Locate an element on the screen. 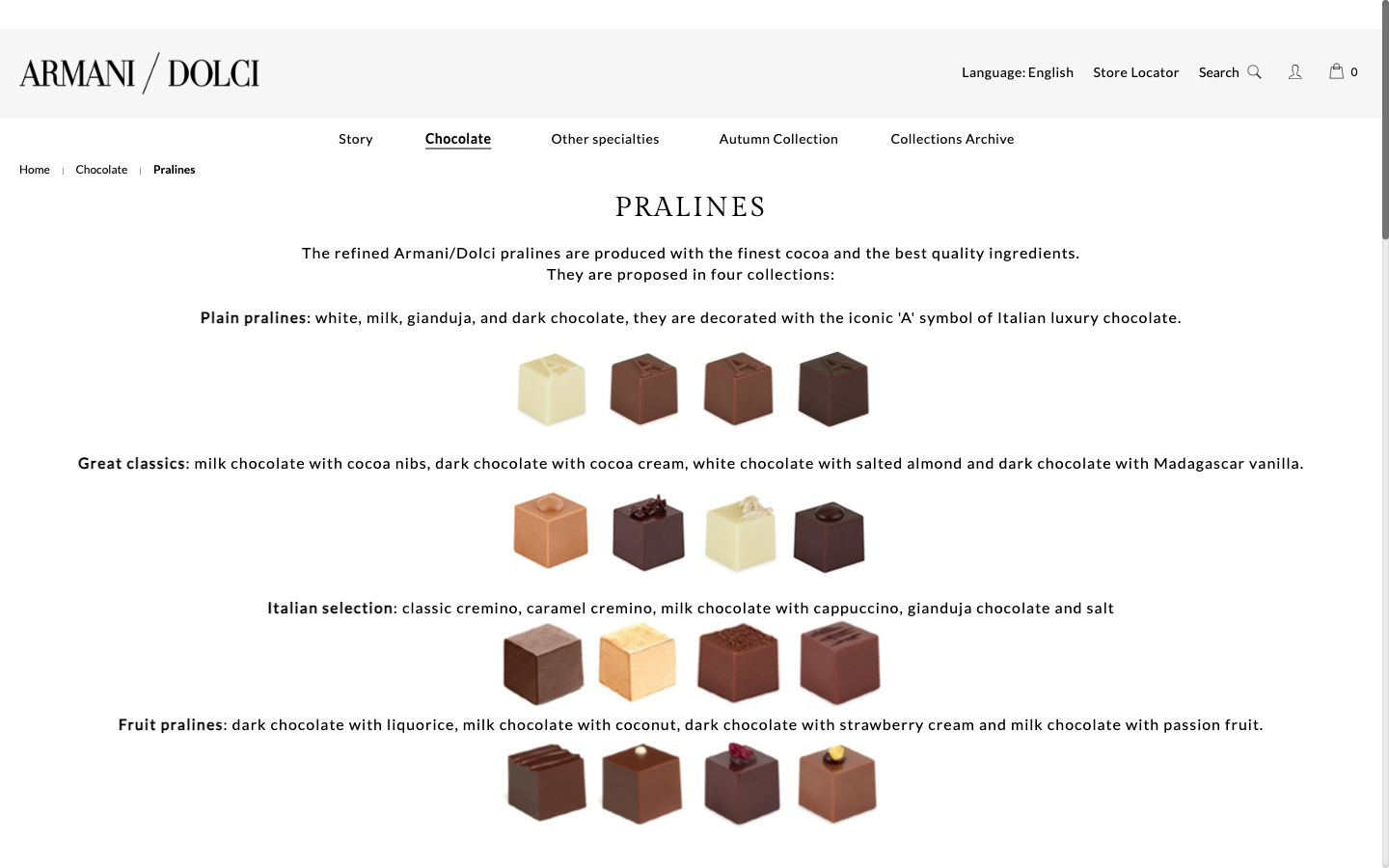 The image size is (1389, 868). the Armani/dolci homepage by selecting the home option located beneath the logo on the left-hand side is located at coordinates (34, 169).